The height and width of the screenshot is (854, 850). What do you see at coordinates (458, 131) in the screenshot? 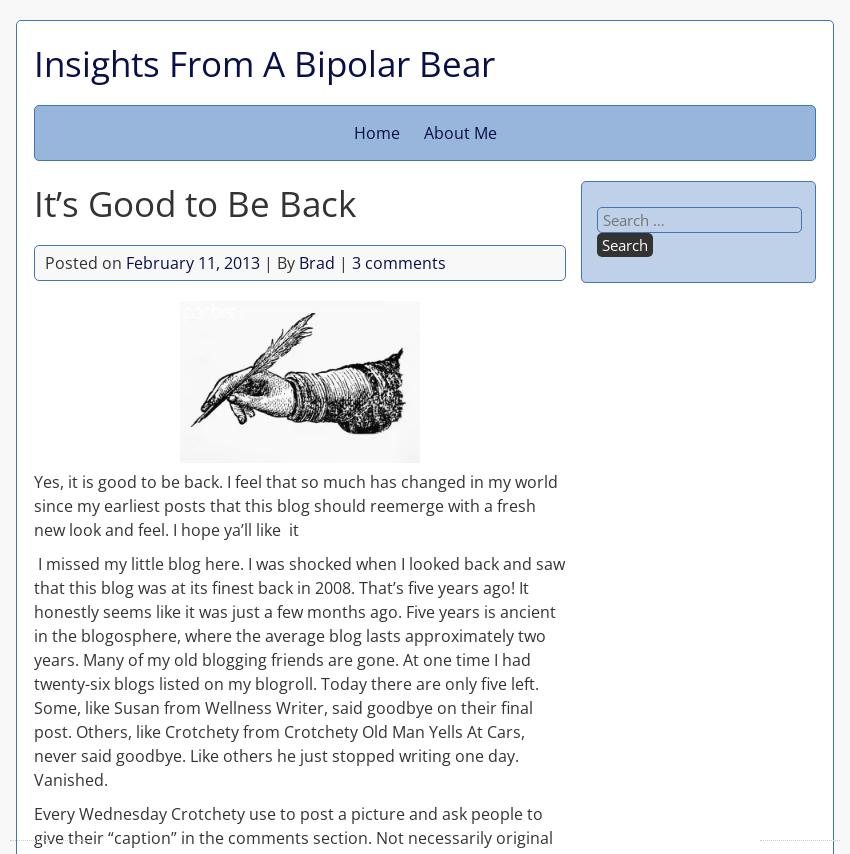
I see `'About Me'` at bounding box center [458, 131].